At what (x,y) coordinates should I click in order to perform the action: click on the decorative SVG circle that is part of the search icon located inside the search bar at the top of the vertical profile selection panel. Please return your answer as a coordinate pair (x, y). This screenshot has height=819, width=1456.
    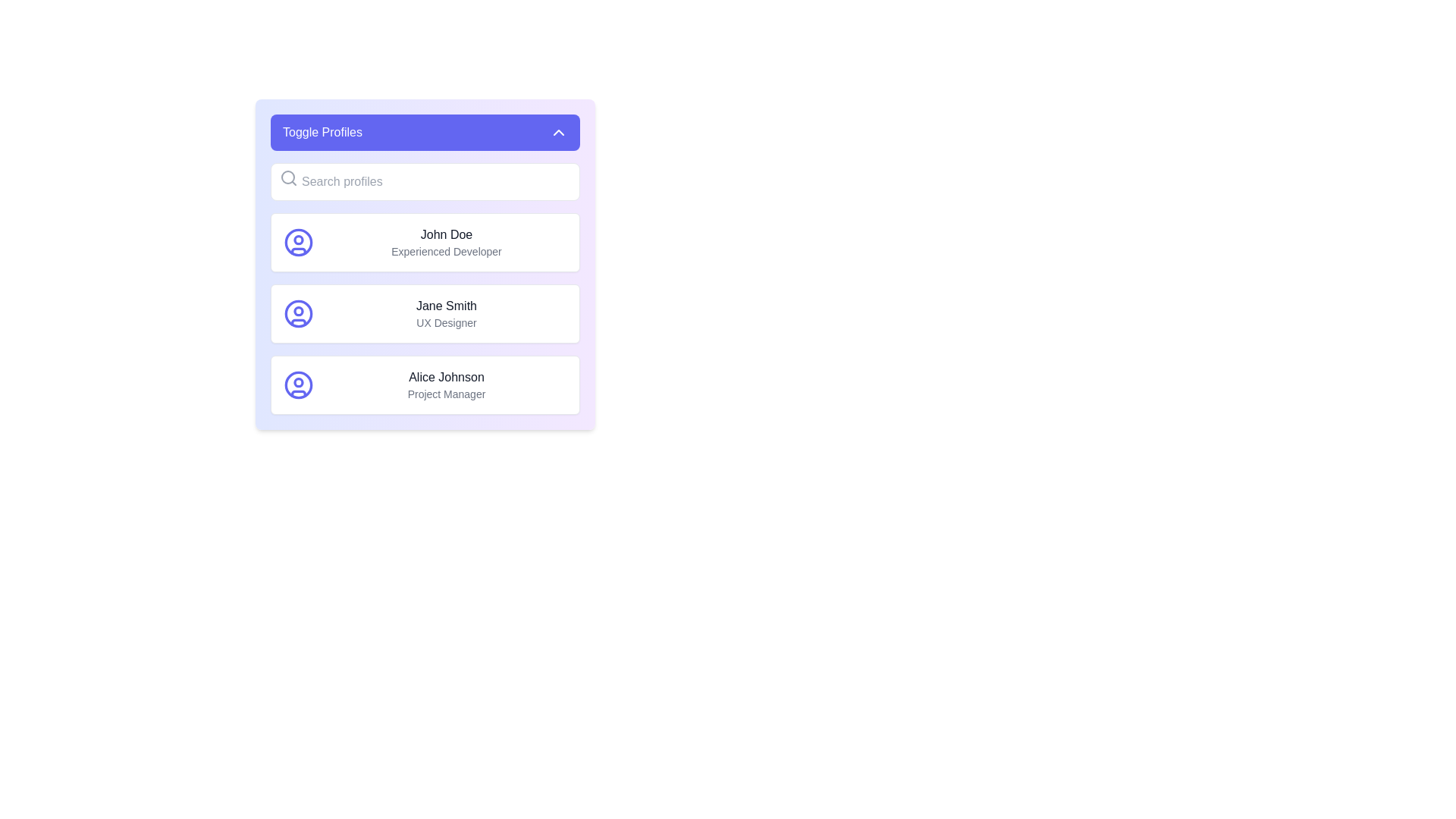
    Looking at the image, I should click on (287, 177).